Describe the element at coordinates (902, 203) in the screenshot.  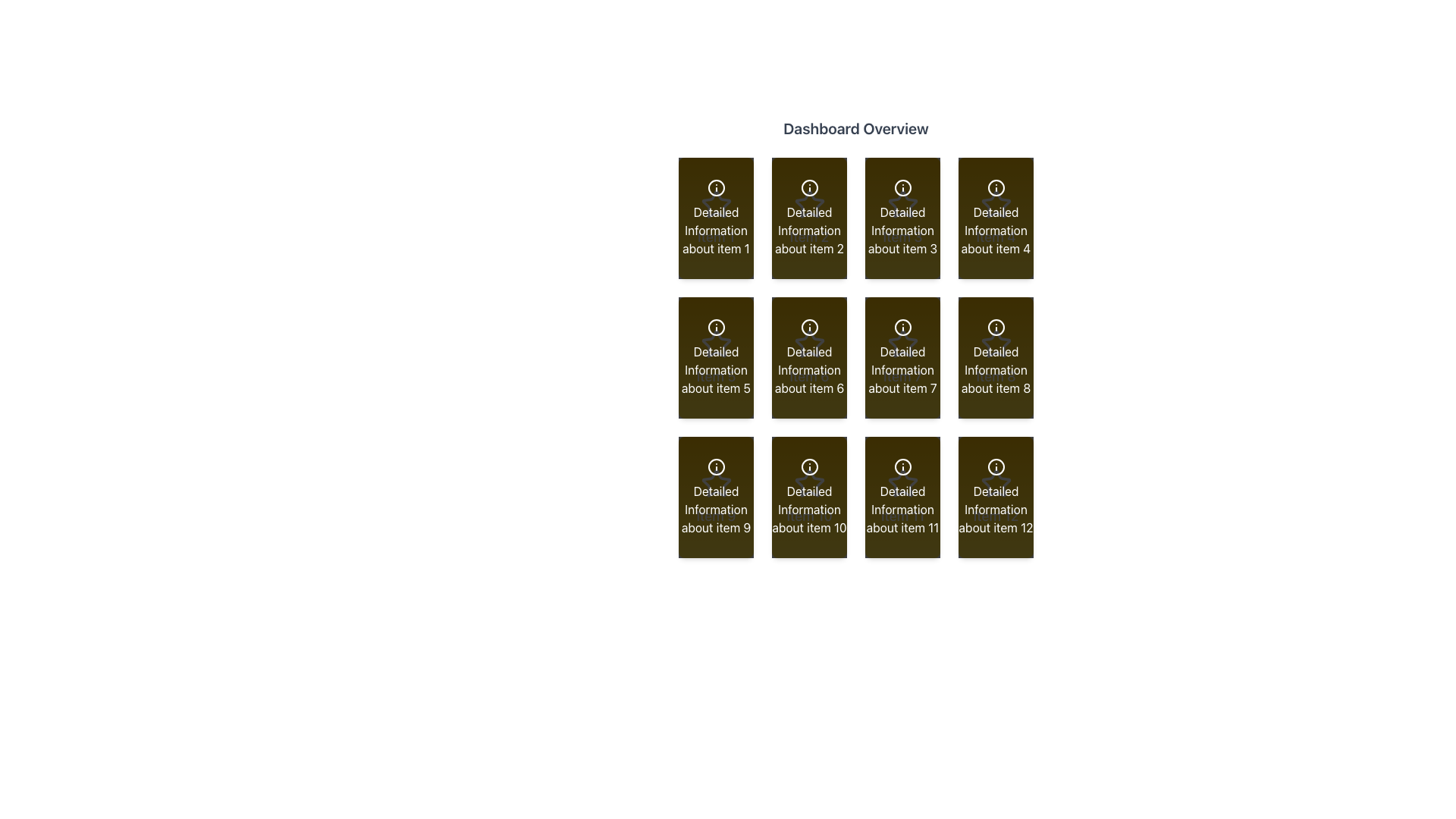
I see `the star icon located at the top-center of the card labeled 'Detailed Information about item 3' in the grid interface` at that location.